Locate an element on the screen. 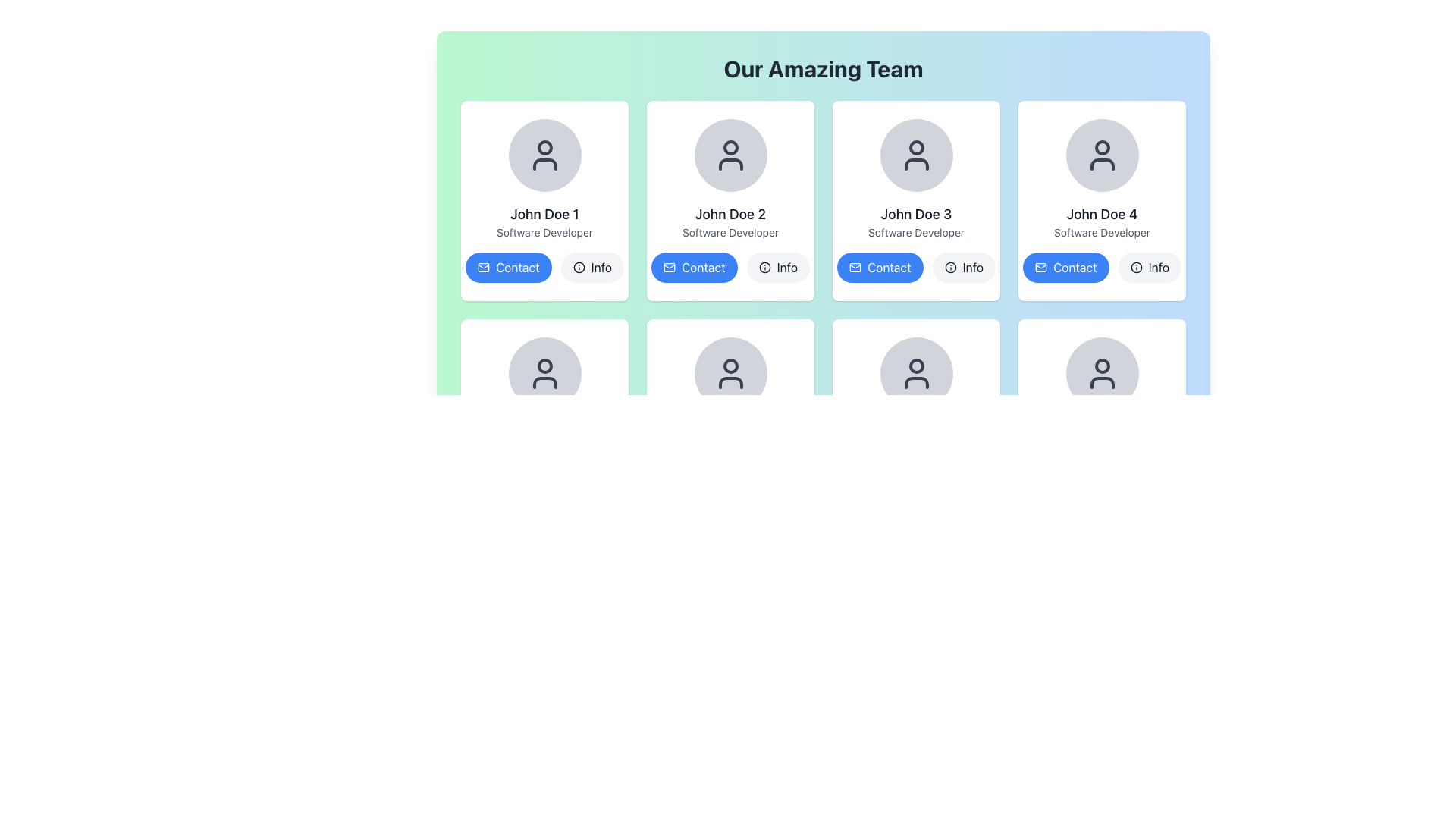 Image resolution: width=1456 pixels, height=819 pixels. the circular 'Info' icon component adjacent to the 'Contact' button in the profile card of 'John Doe 3', which is the third card in the first row of the grid layout is located at coordinates (949, 267).